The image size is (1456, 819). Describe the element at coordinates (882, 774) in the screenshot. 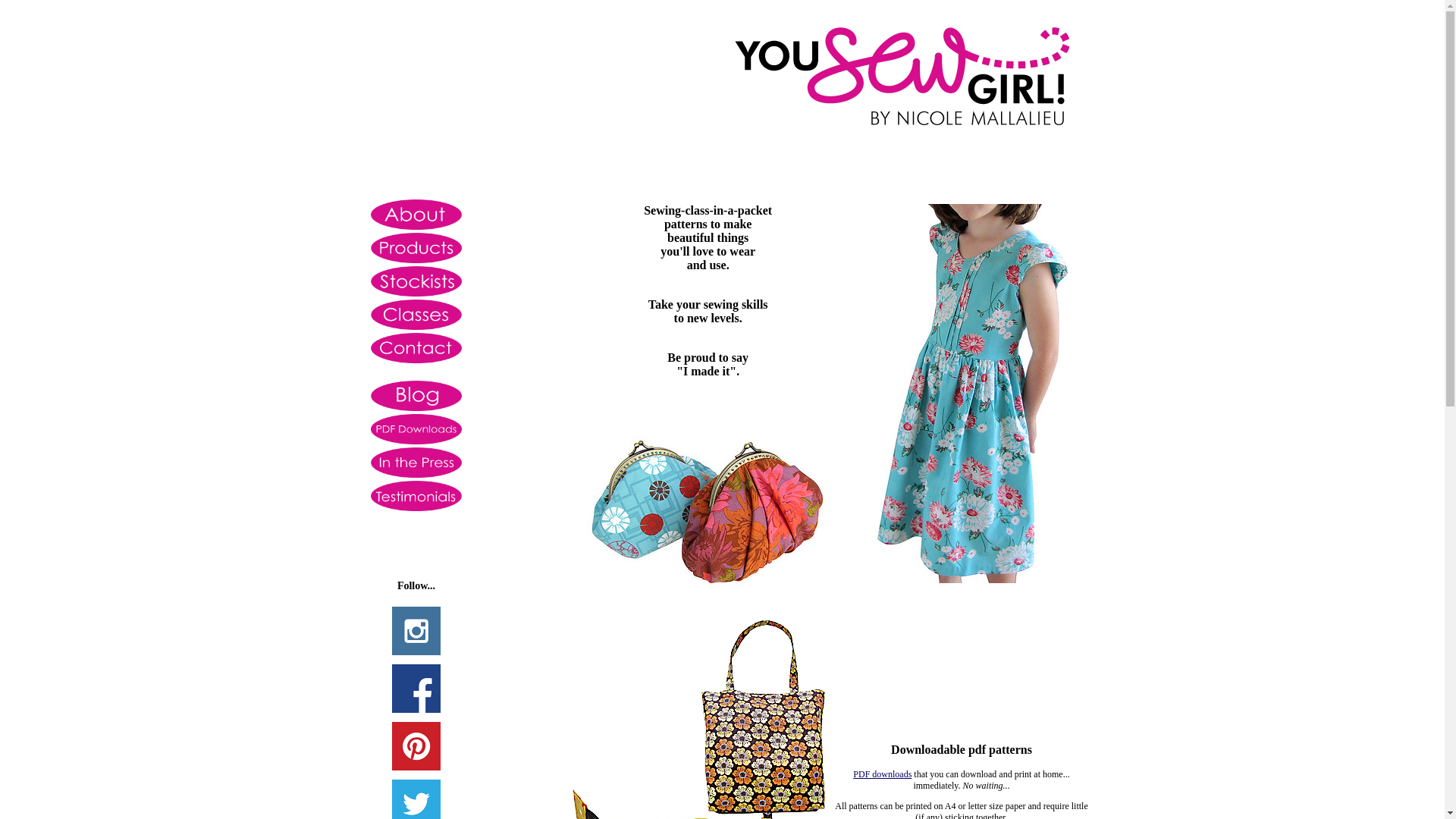

I see `'PDF downloads'` at that location.